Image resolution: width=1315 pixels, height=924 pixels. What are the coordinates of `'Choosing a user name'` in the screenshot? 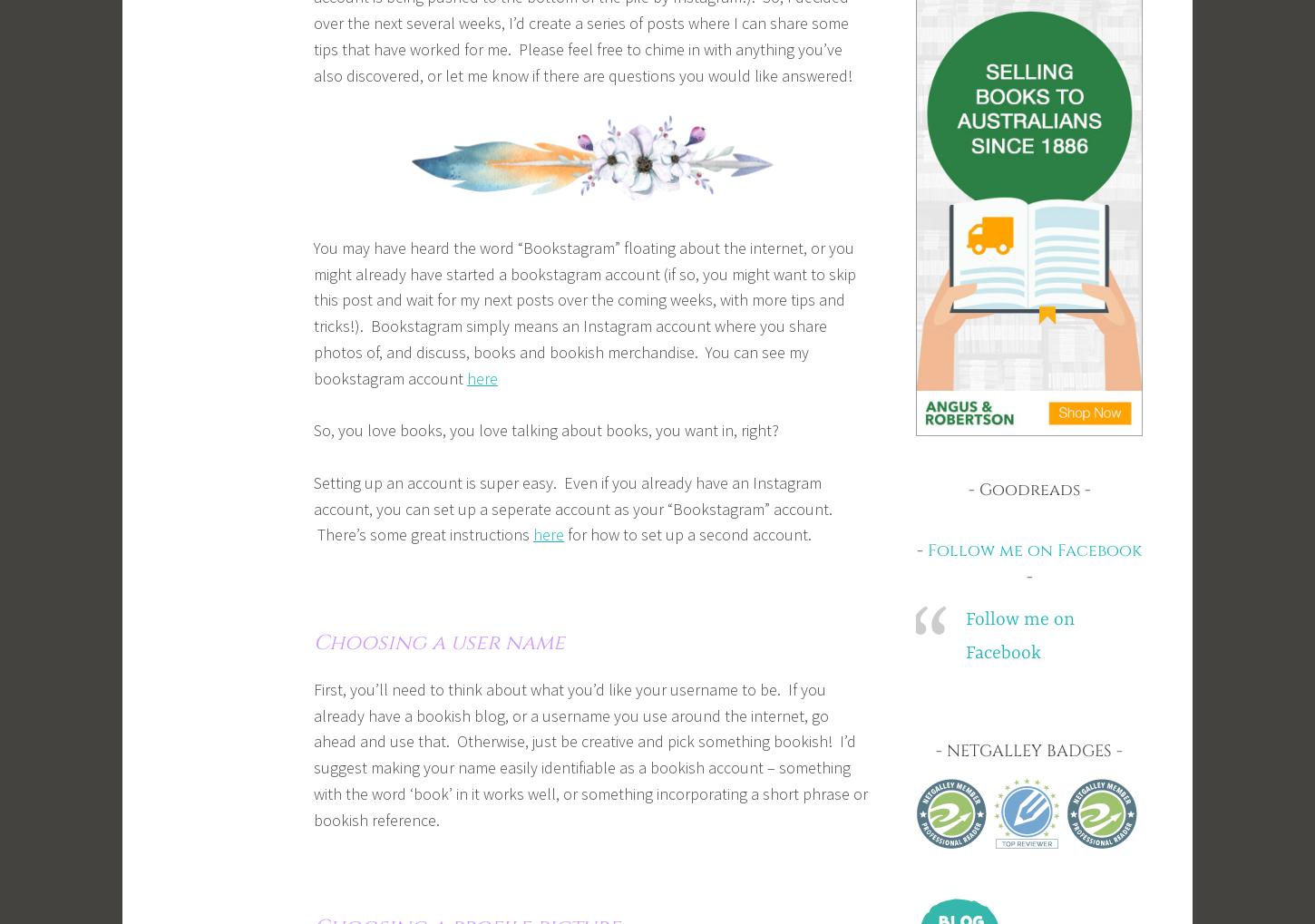 It's located at (439, 642).